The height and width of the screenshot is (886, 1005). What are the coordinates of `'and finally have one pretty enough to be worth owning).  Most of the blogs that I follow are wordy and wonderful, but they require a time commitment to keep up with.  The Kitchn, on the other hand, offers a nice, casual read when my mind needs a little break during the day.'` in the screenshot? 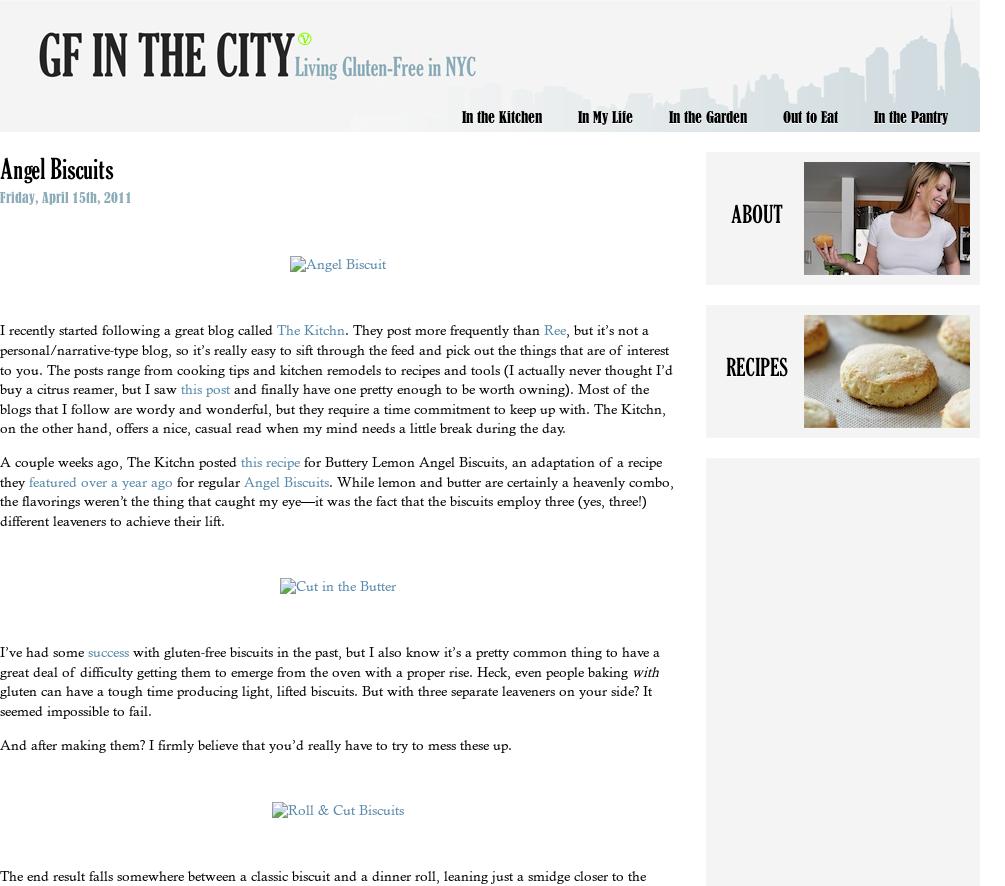 It's located at (331, 407).